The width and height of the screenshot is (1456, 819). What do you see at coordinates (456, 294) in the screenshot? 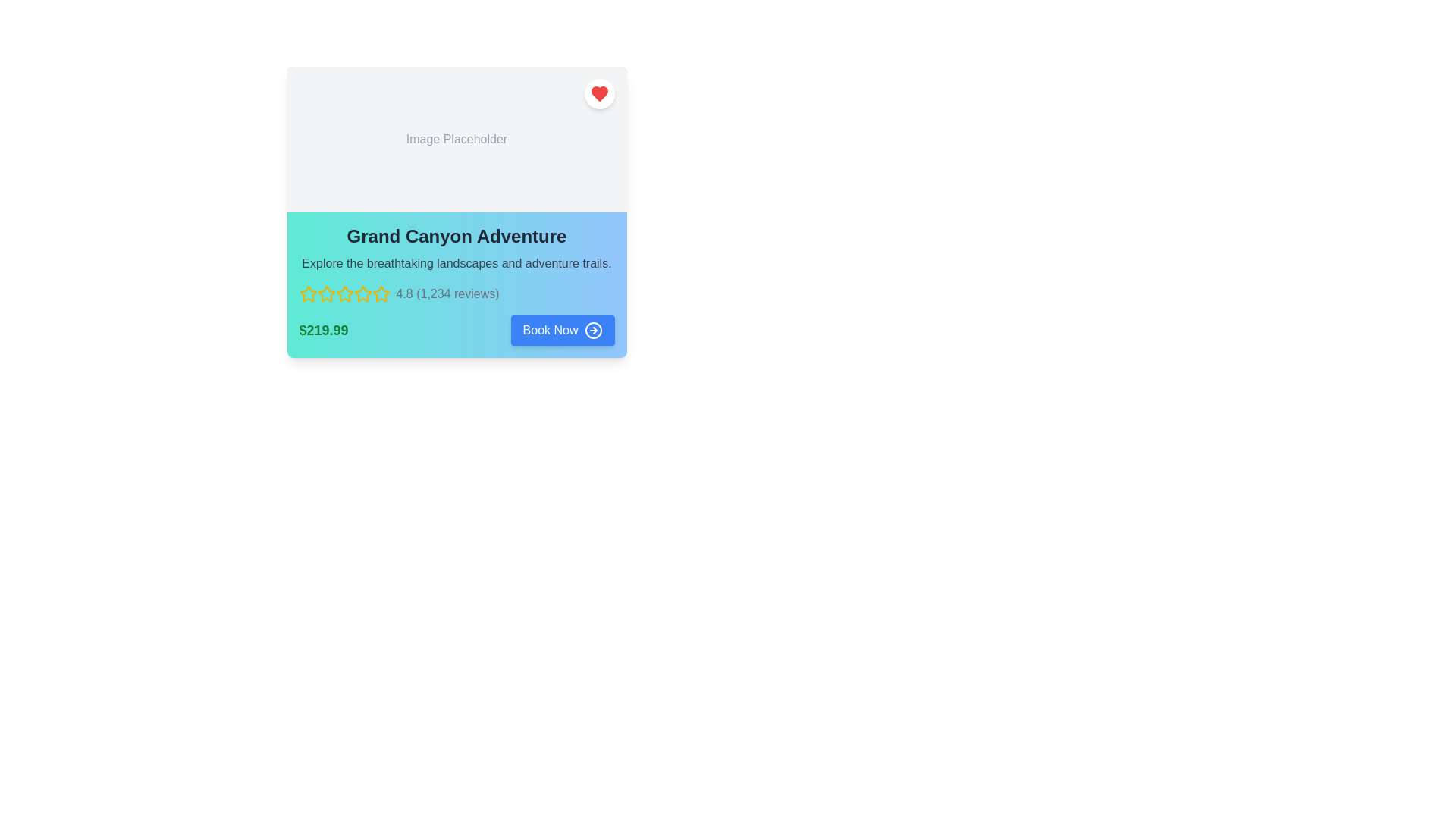
I see `rating and review data displayed in the rating section for the 'Grand Canyon Adventure' card, located at the lower center of the card, below the title and description` at bounding box center [456, 294].